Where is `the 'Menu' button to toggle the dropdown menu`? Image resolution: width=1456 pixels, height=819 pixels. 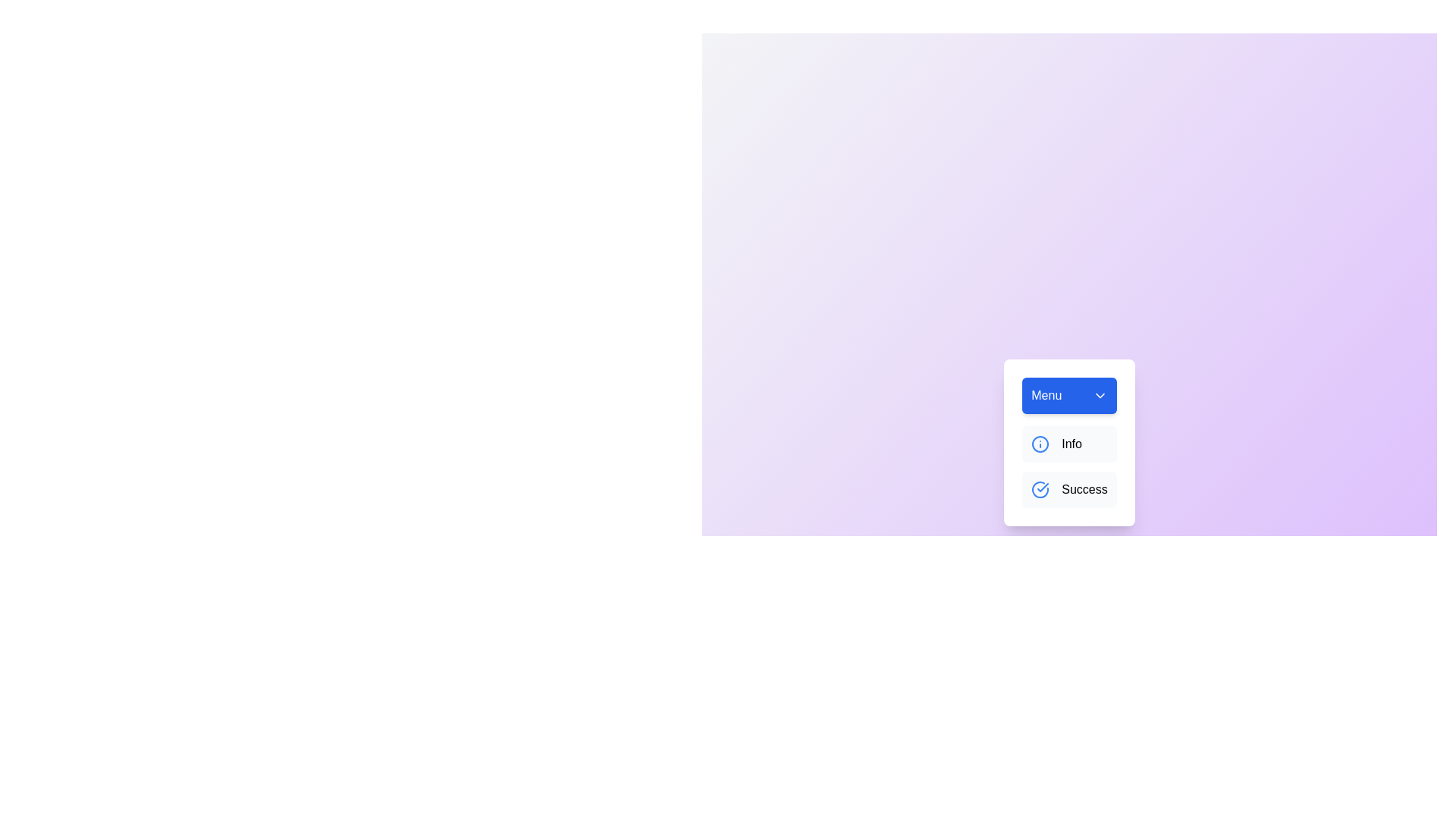
the 'Menu' button to toggle the dropdown menu is located at coordinates (1068, 394).